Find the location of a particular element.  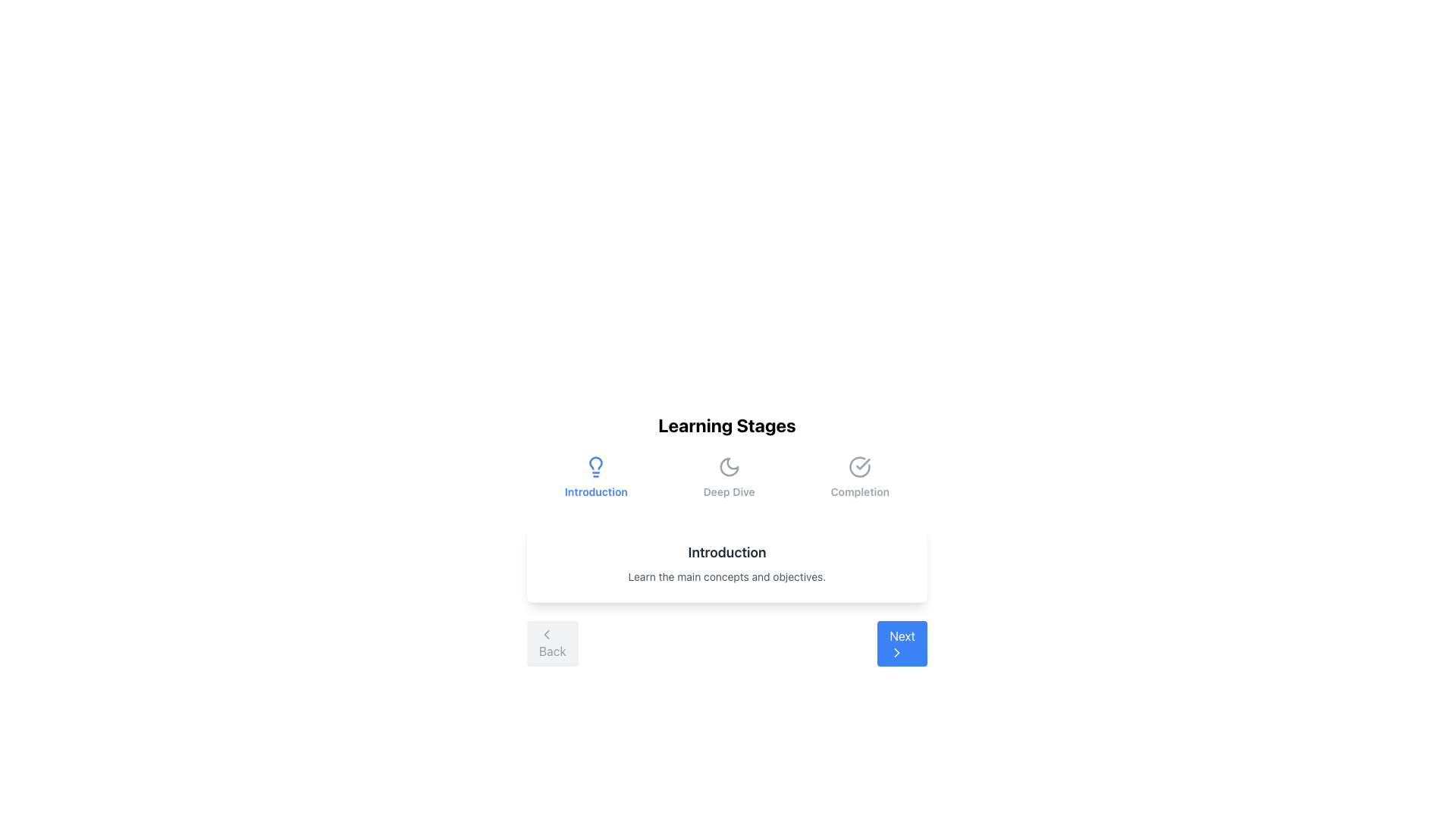

the rightward-pointing chevron icon located within the 'Next' button at the bottom right of the interface is located at coordinates (897, 651).